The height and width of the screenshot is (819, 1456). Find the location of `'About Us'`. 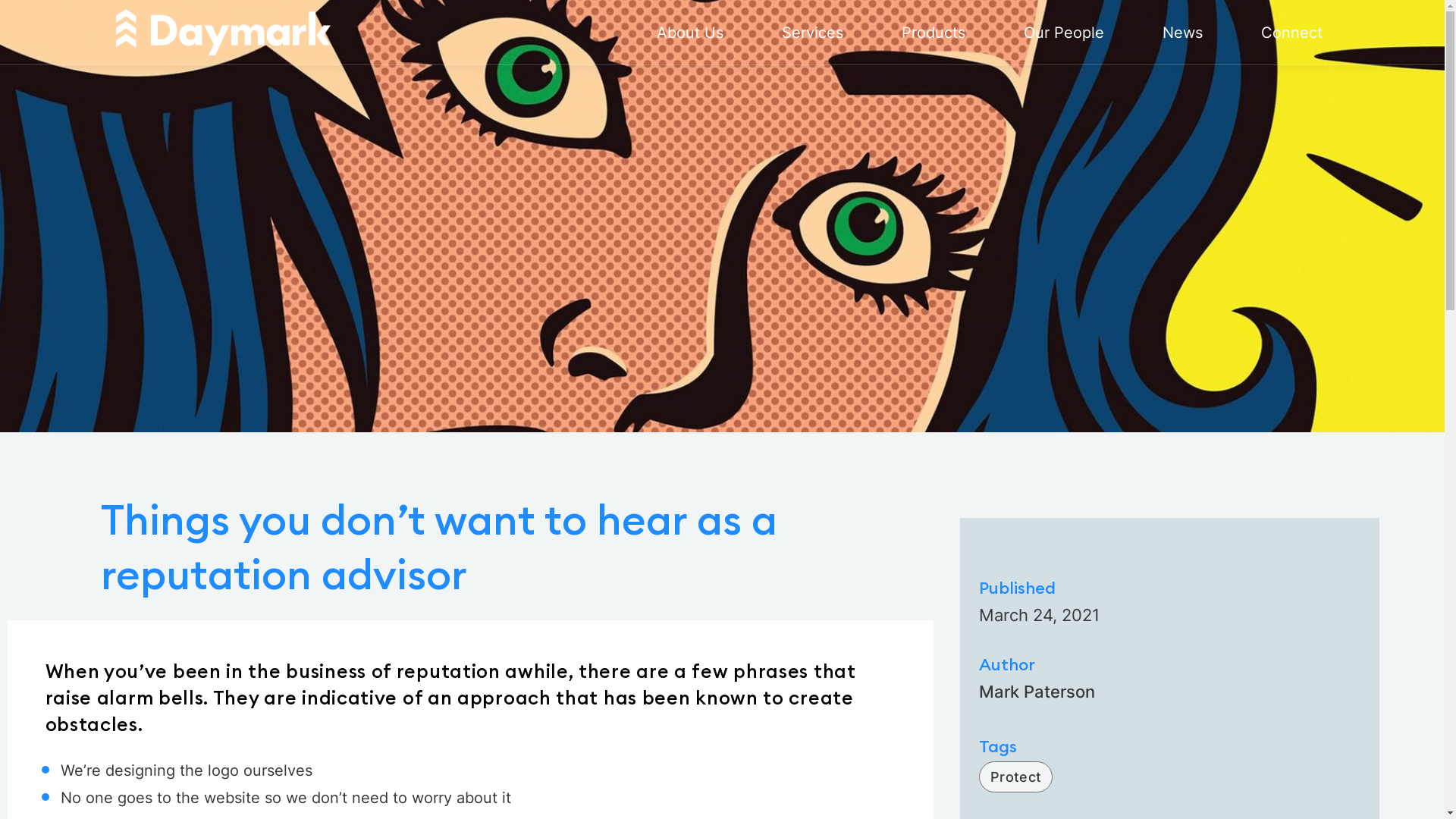

'About Us' is located at coordinates (689, 32).